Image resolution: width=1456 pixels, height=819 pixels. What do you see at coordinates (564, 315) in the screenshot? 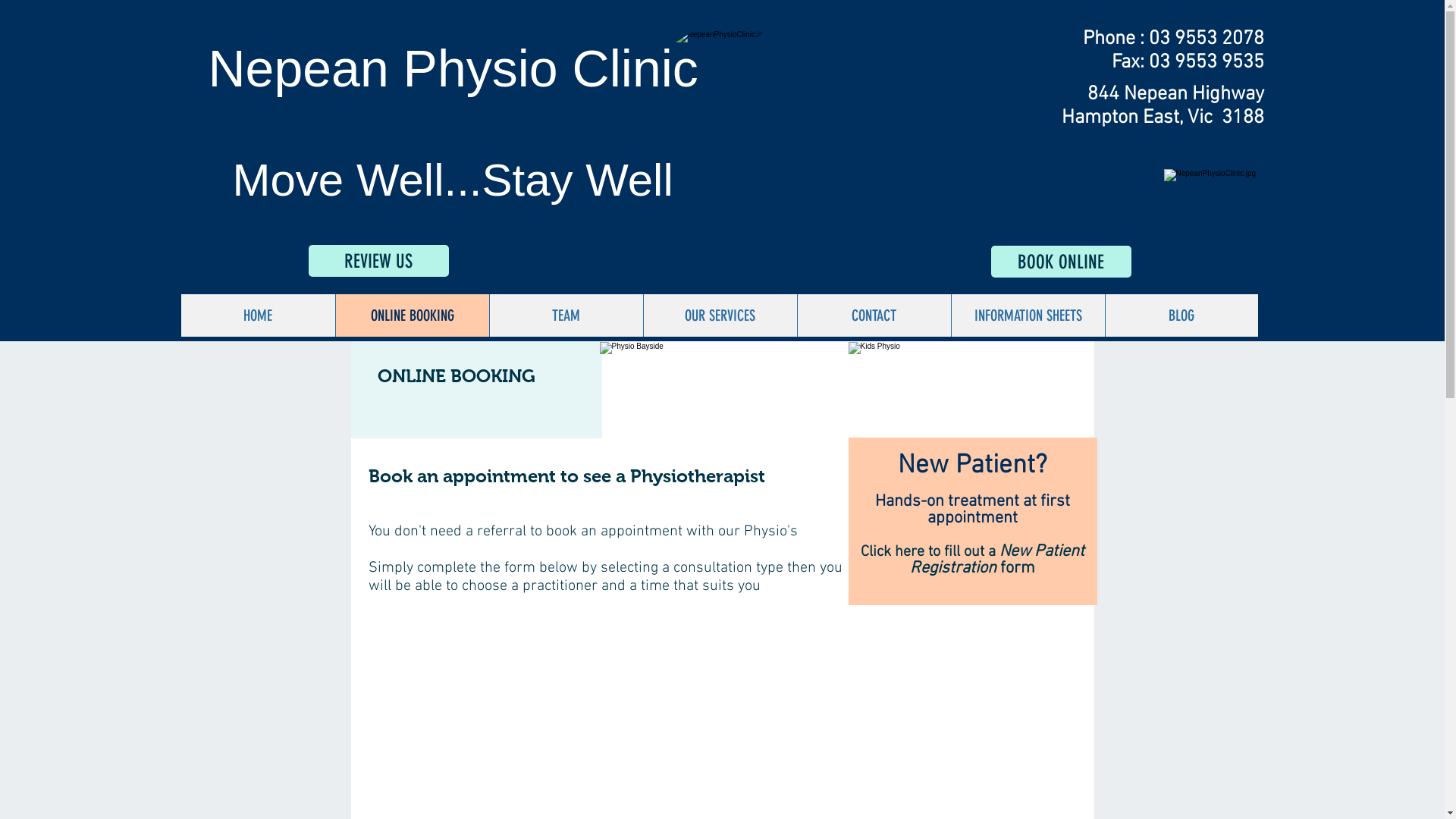
I see `'TEAM'` at bounding box center [564, 315].